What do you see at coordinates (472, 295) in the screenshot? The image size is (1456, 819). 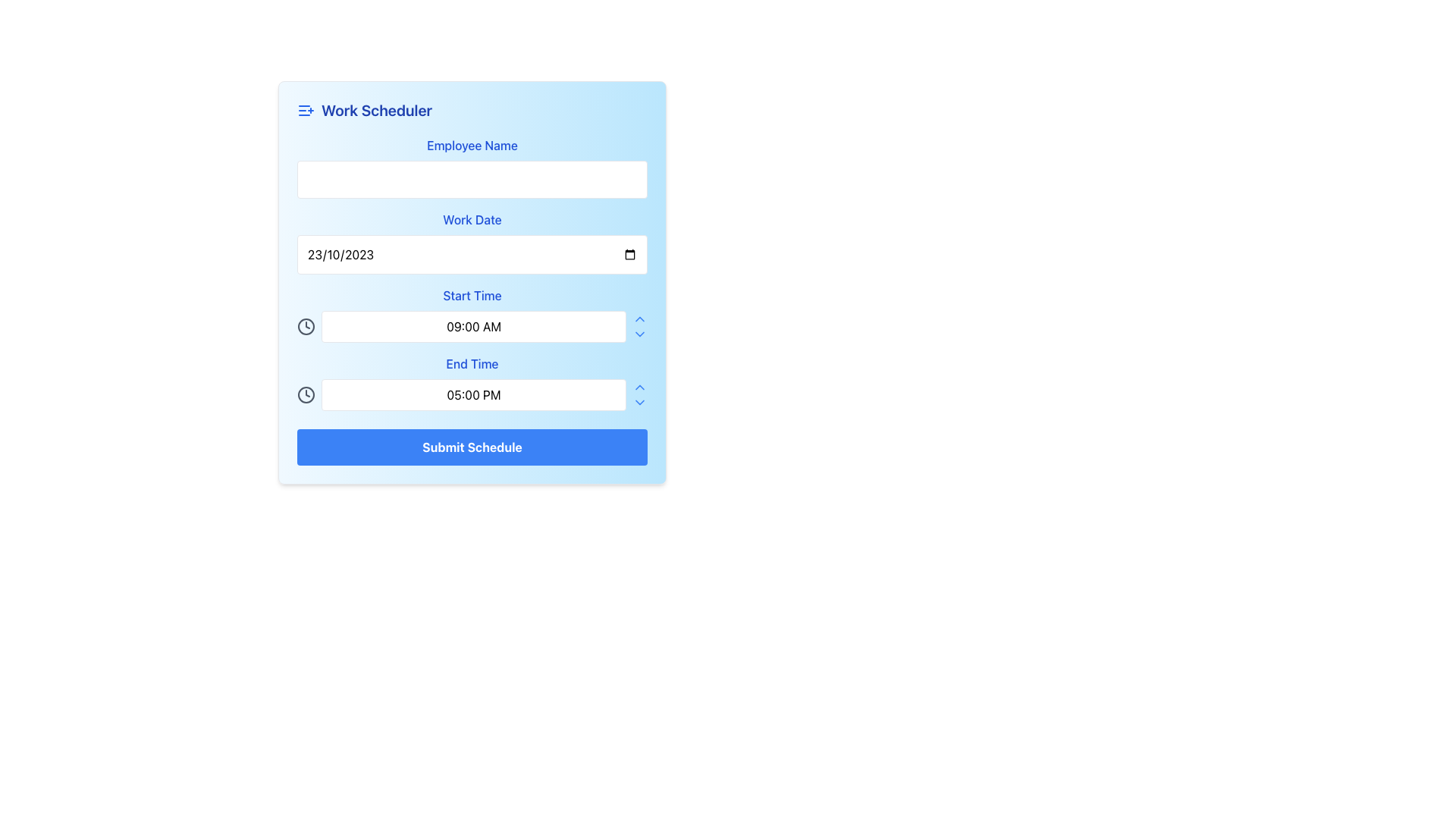 I see `the descriptive label indicating the purpose of the associated input element for specifying the start time, located above the time input text box for '09:00 AM'` at bounding box center [472, 295].